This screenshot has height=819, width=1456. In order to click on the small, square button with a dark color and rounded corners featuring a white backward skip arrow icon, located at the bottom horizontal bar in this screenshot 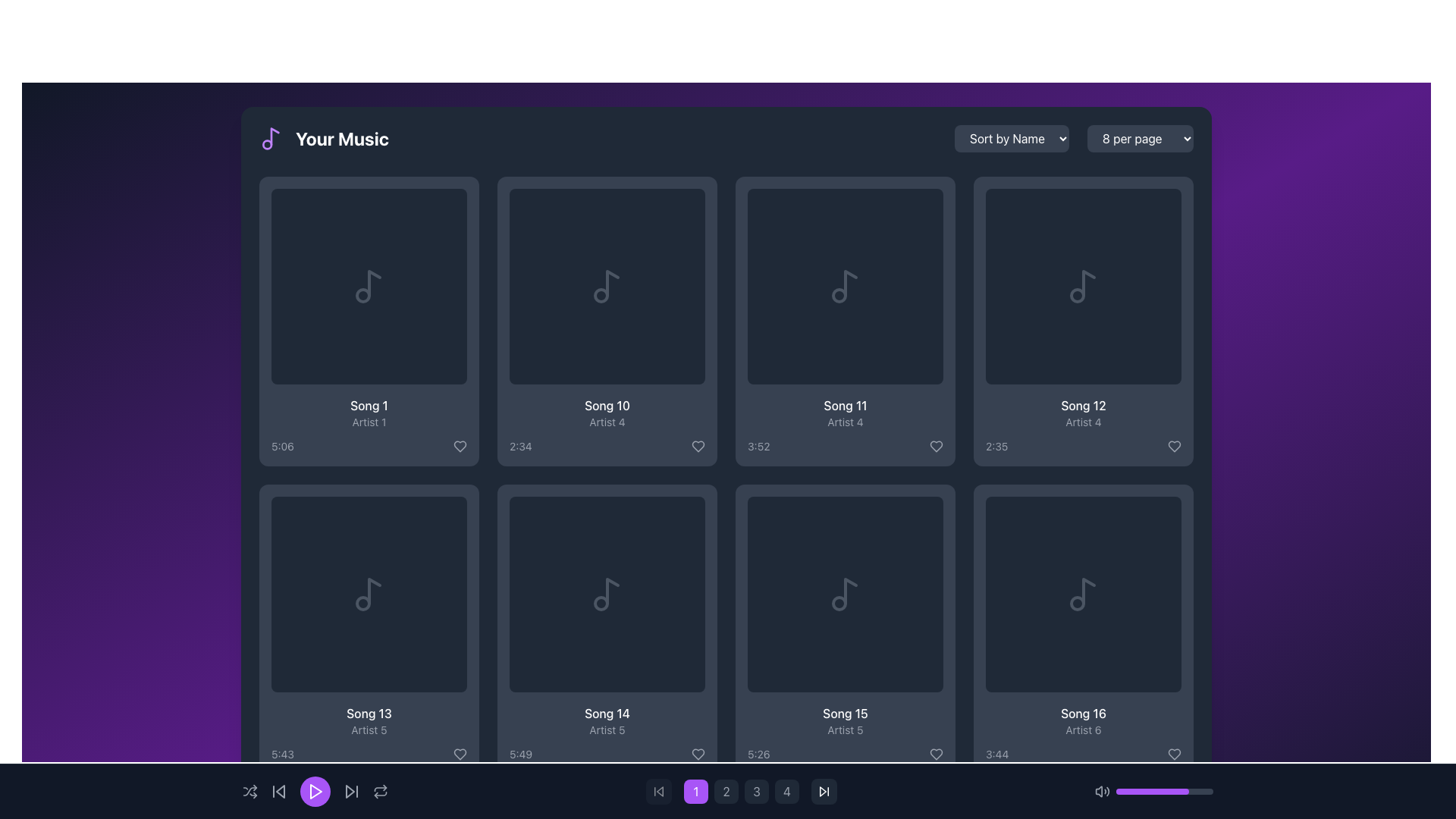, I will do `click(658, 791)`.